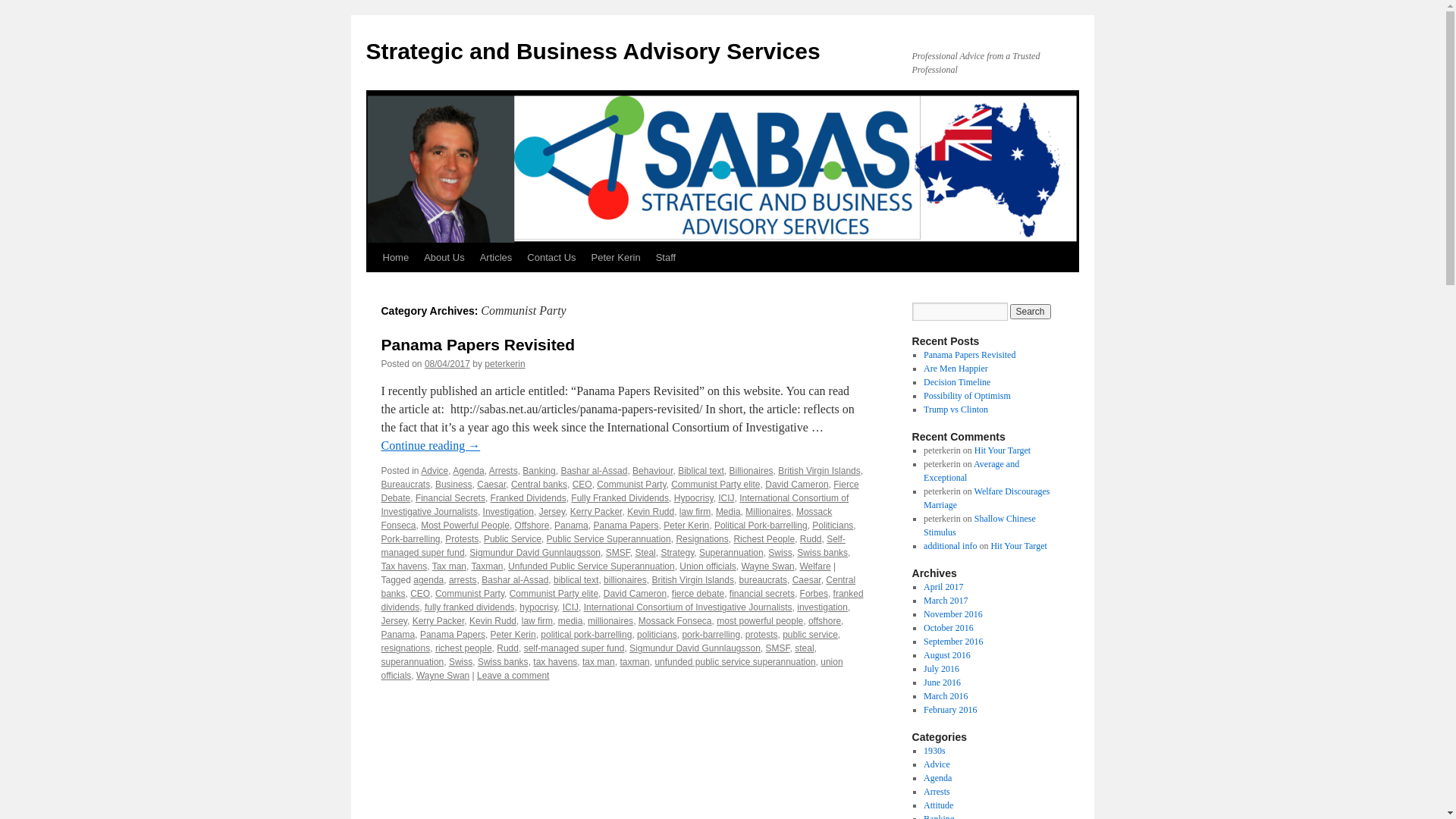 The height and width of the screenshot is (819, 1456). What do you see at coordinates (751, 470) in the screenshot?
I see `'Billionaires'` at bounding box center [751, 470].